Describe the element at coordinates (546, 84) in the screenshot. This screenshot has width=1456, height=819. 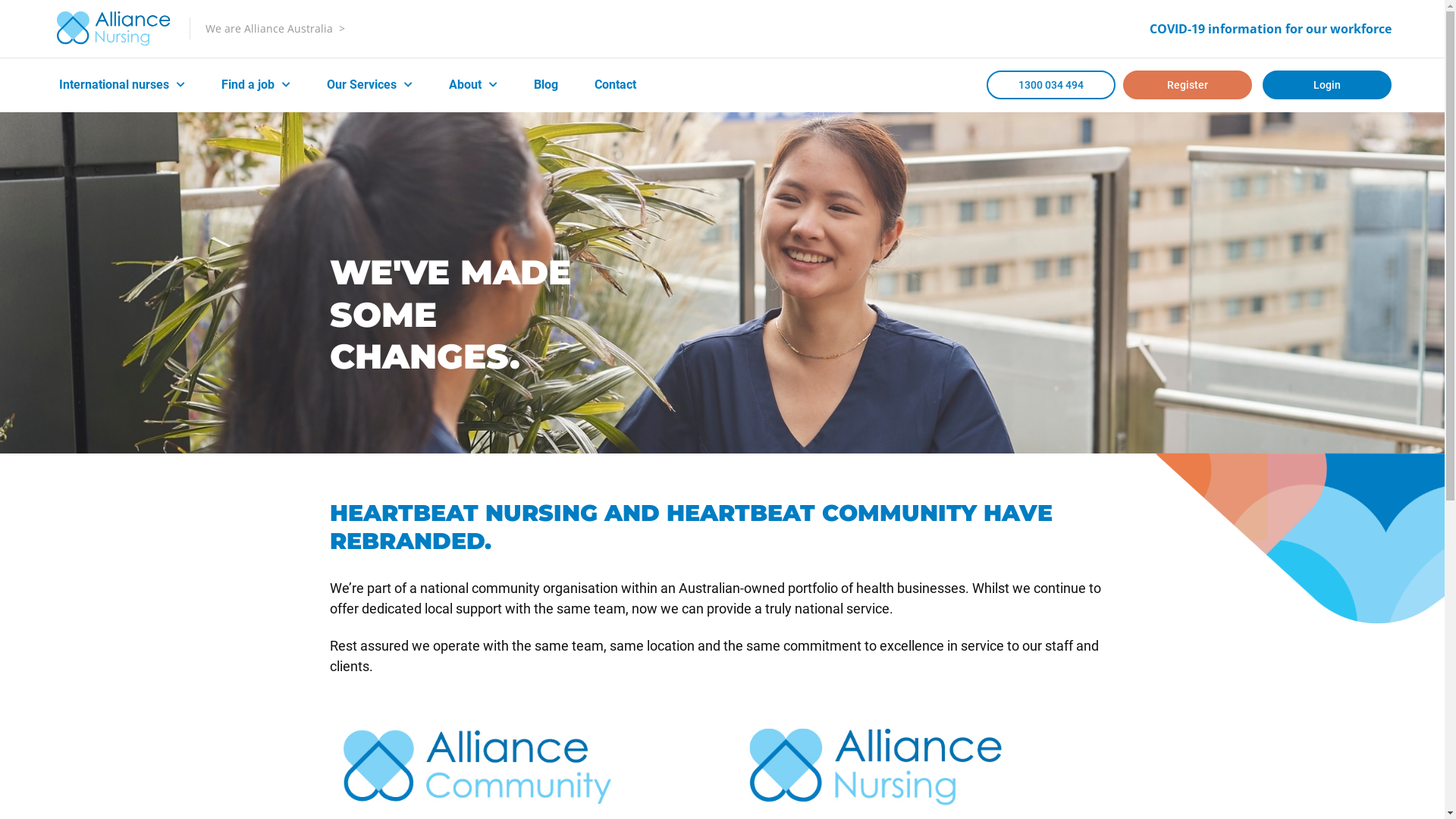
I see `'Blog'` at that location.